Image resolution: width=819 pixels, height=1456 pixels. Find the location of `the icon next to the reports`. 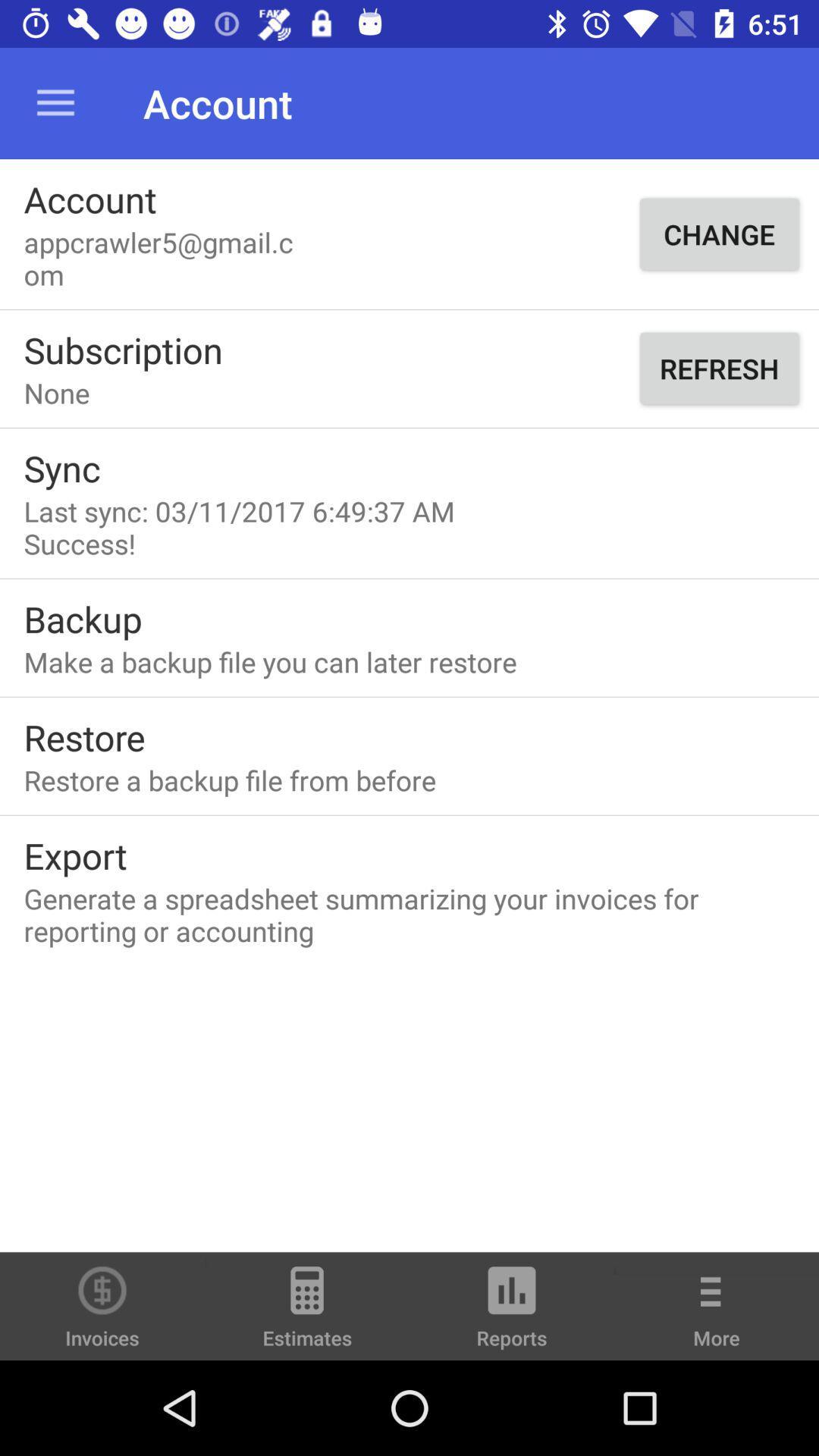

the icon next to the reports is located at coordinates (717, 1316).